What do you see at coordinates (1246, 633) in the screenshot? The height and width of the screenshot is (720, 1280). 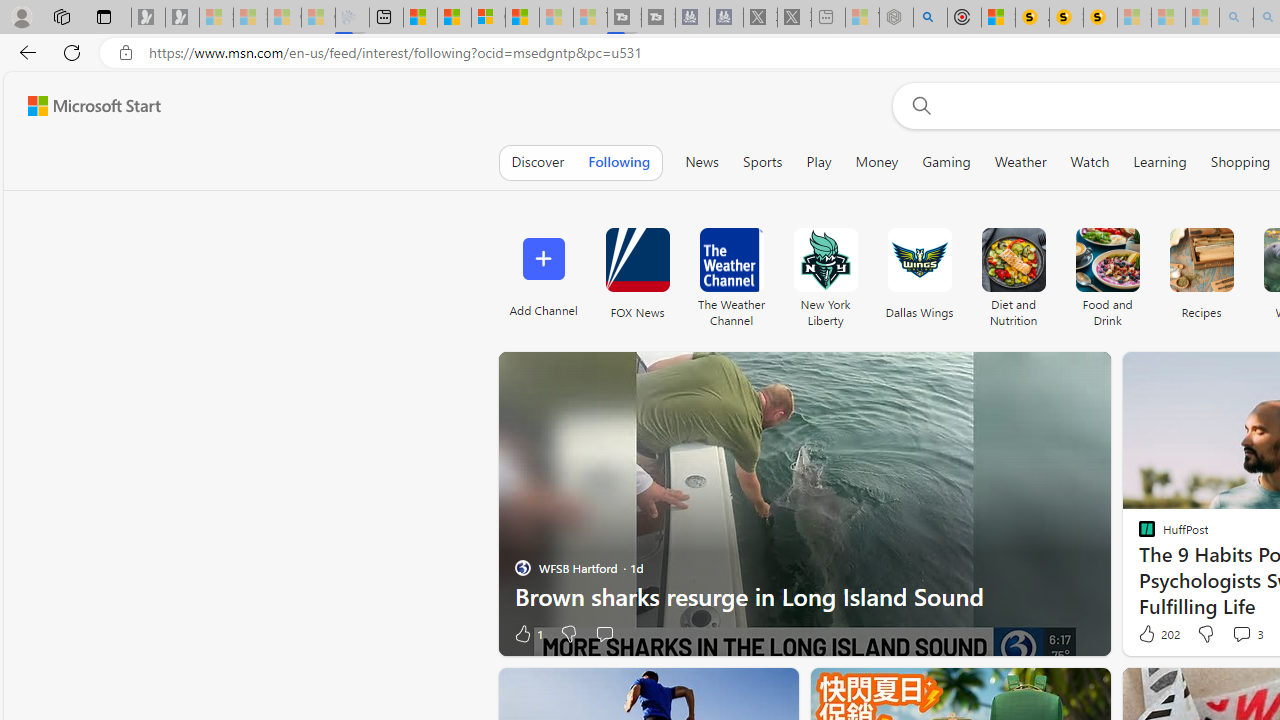 I see `'View comments 3 Comment'` at bounding box center [1246, 633].